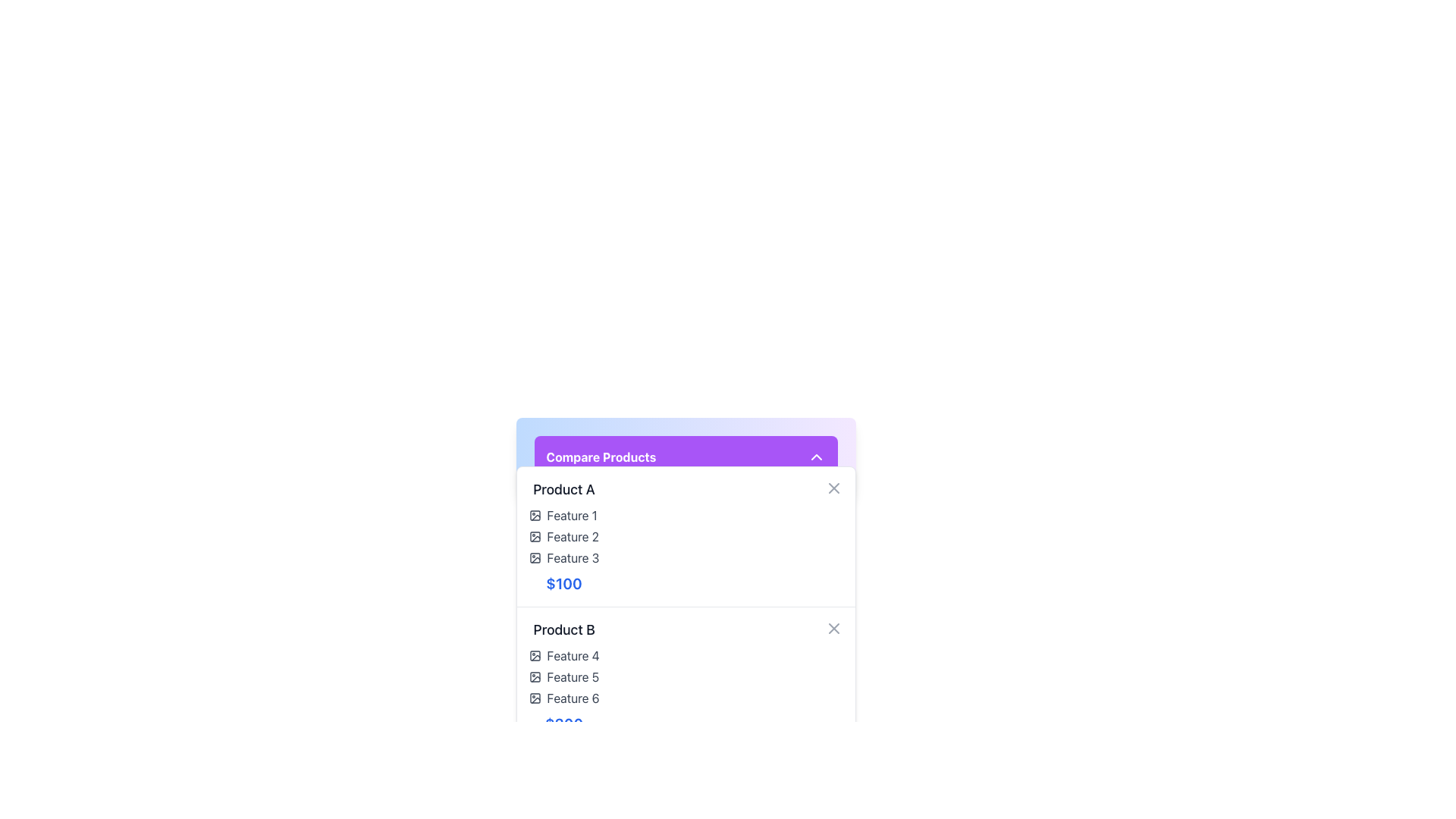 The image size is (1456, 819). I want to click on the chevron up icon with a thin white outline against a purple background, located at the top-right side of the 'Compare Products' header, so click(815, 456).